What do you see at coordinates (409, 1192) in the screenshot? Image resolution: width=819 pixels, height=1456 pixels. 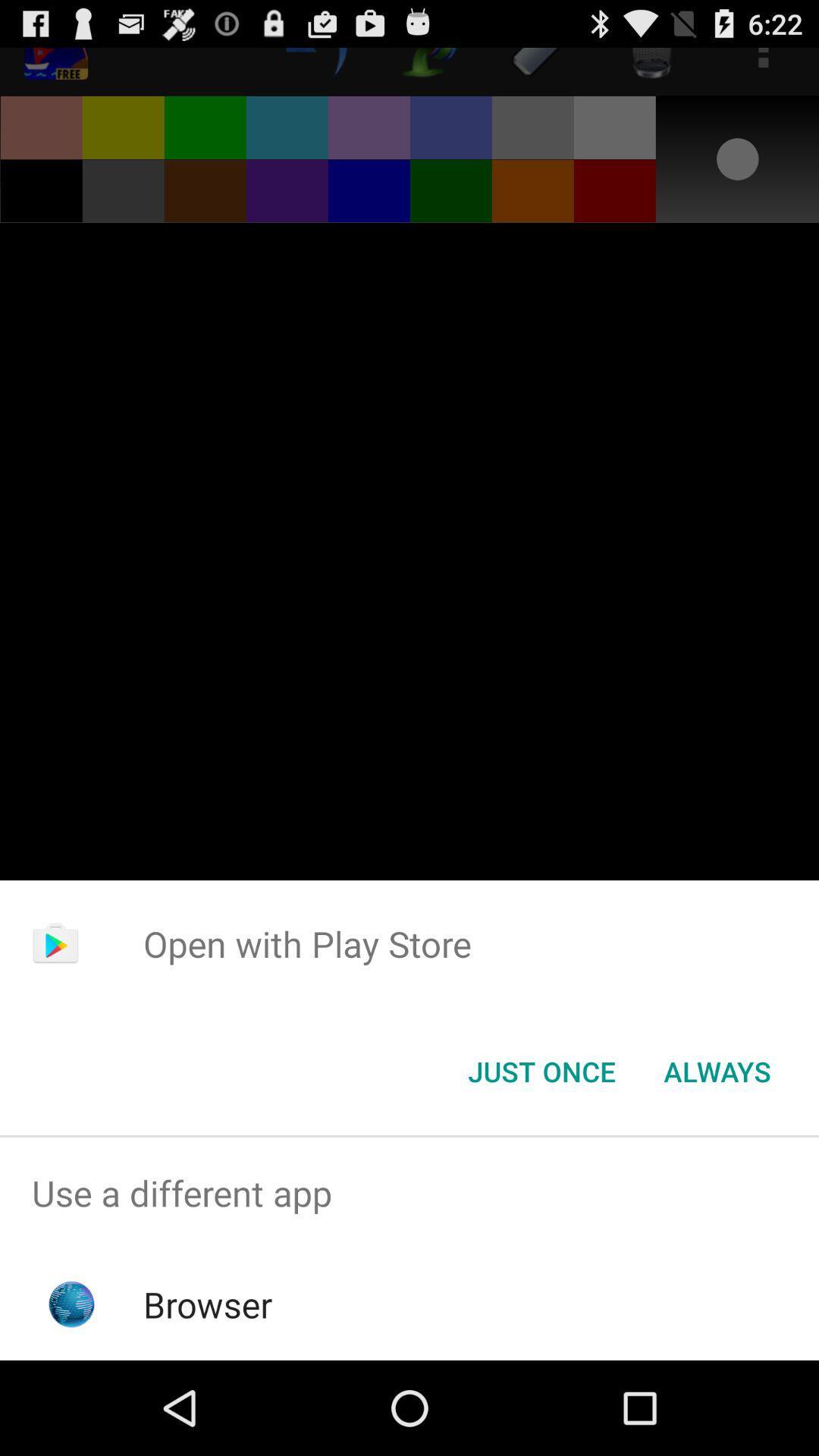 I see `use a different icon` at bounding box center [409, 1192].